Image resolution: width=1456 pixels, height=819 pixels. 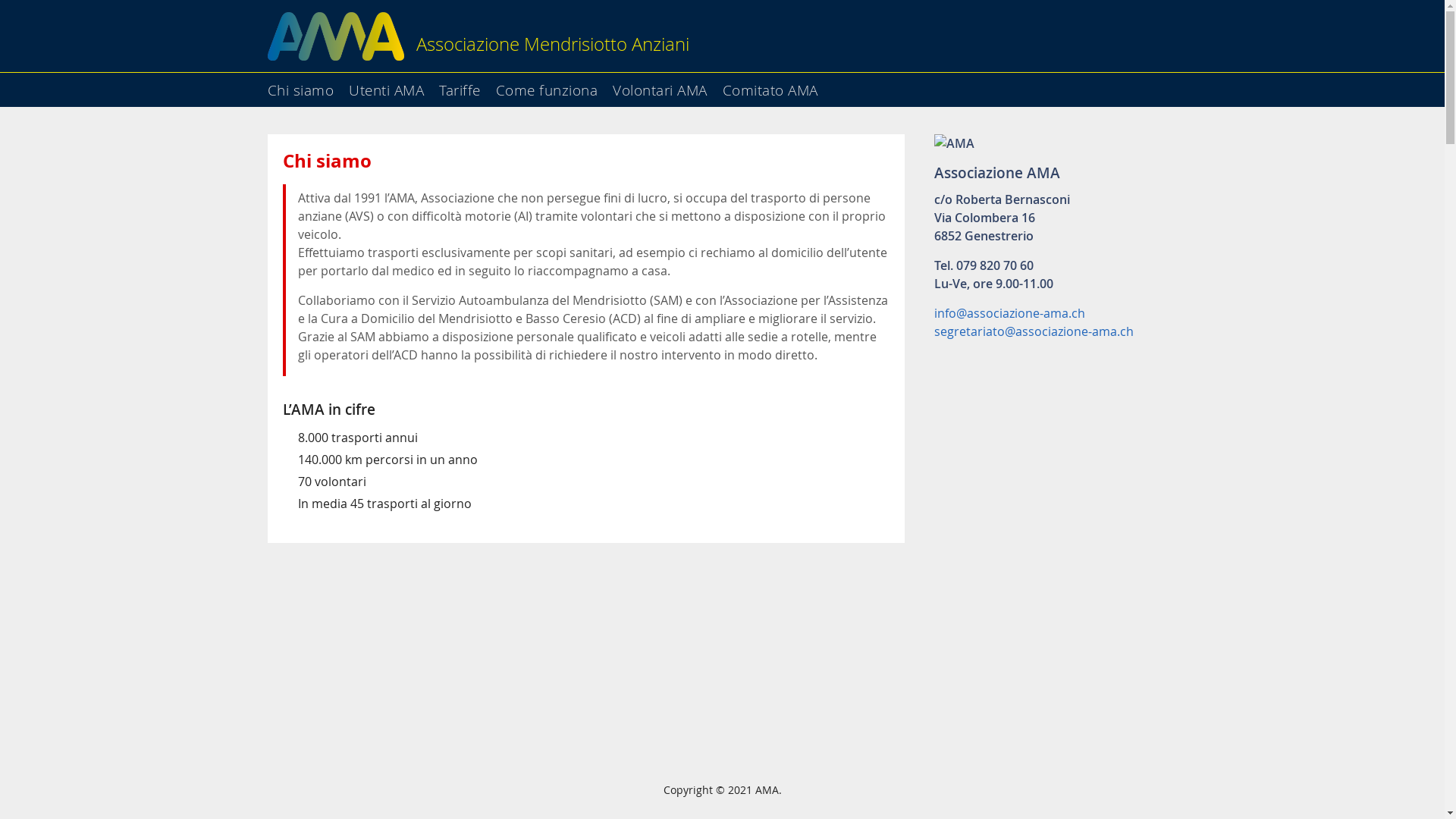 I want to click on 'Tariffe', so click(x=465, y=84).